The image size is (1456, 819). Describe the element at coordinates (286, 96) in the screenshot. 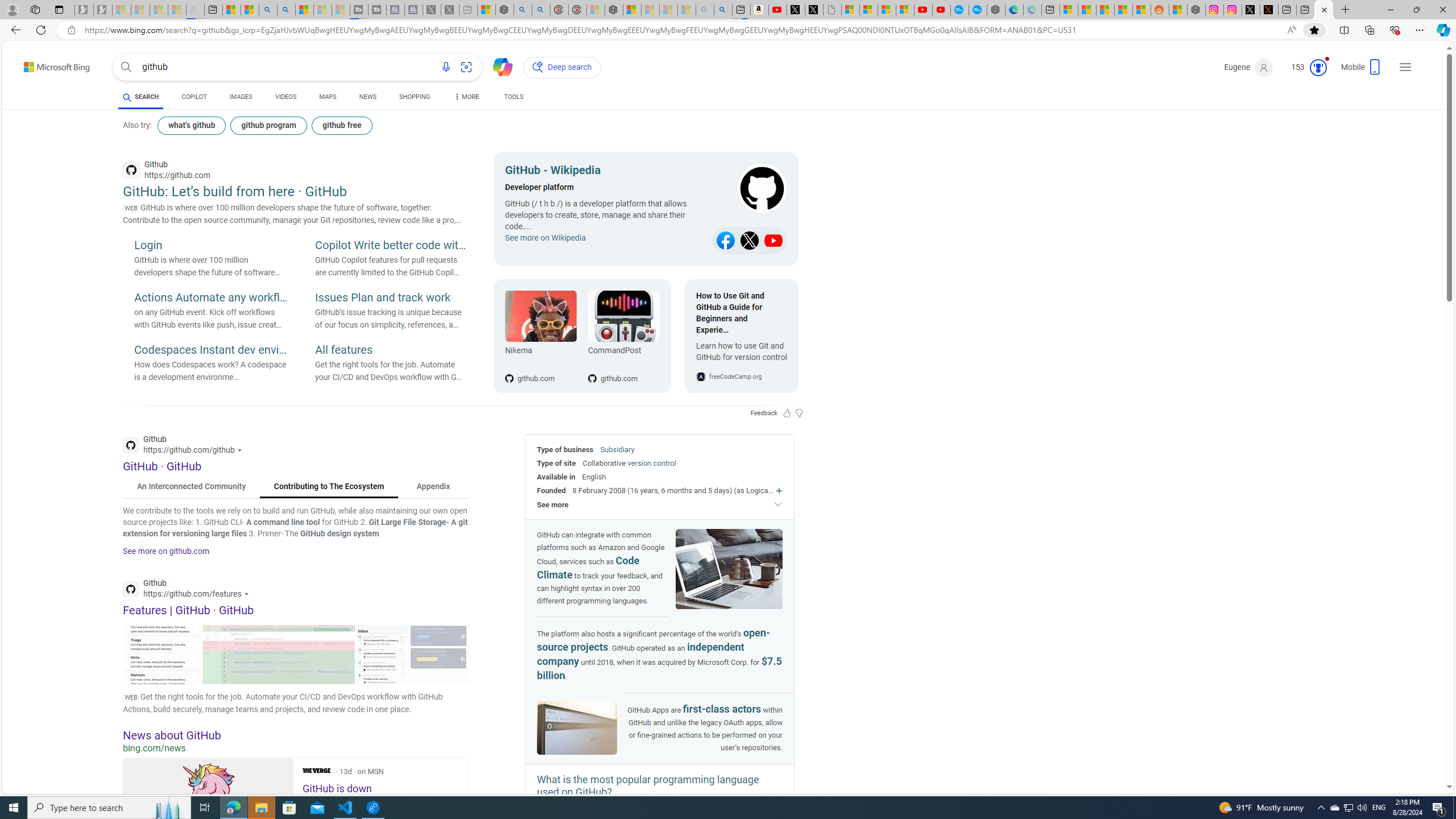

I see `'VIDEOS'` at that location.